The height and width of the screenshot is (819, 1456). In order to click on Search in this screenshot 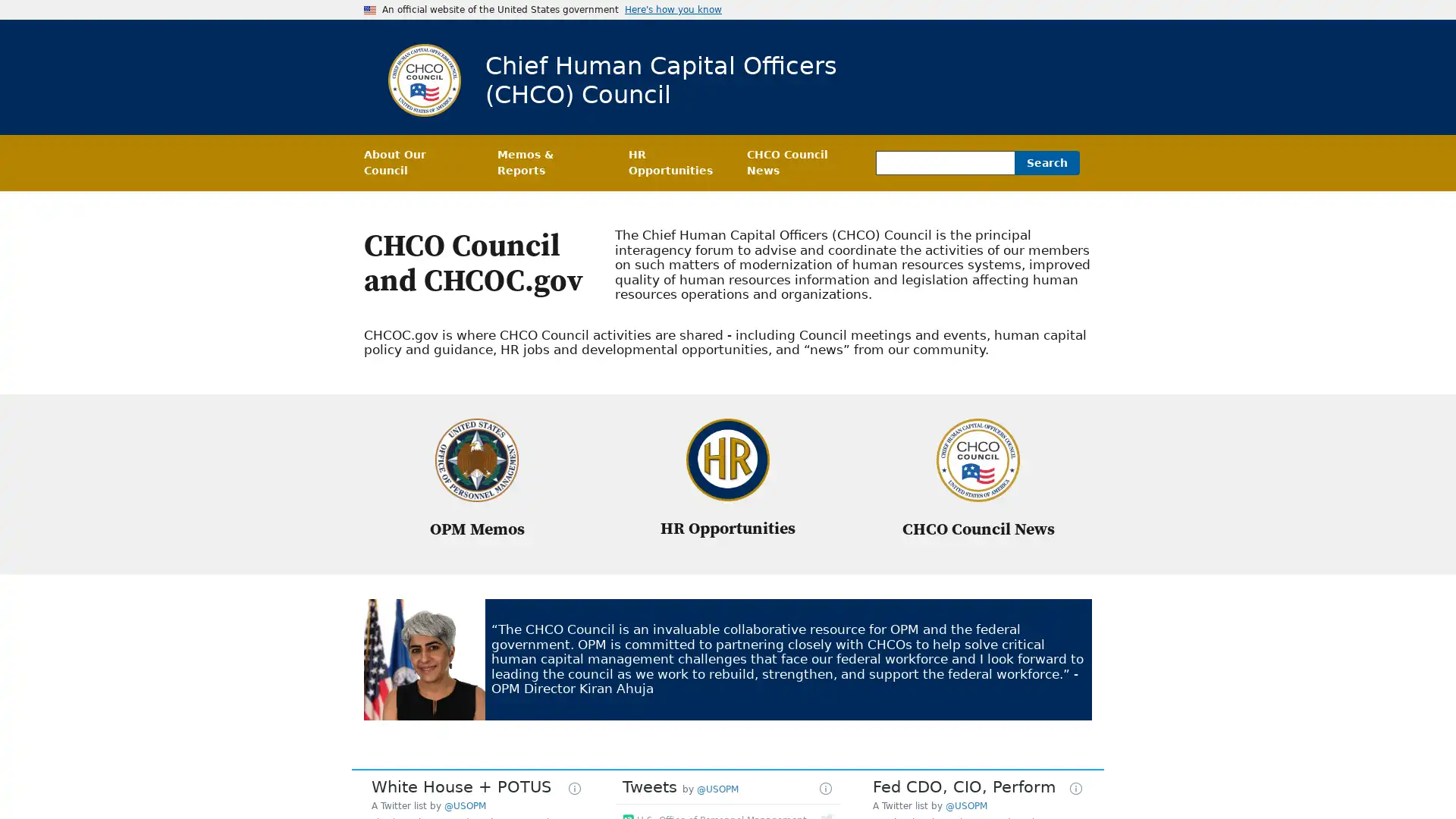, I will do `click(1046, 163)`.